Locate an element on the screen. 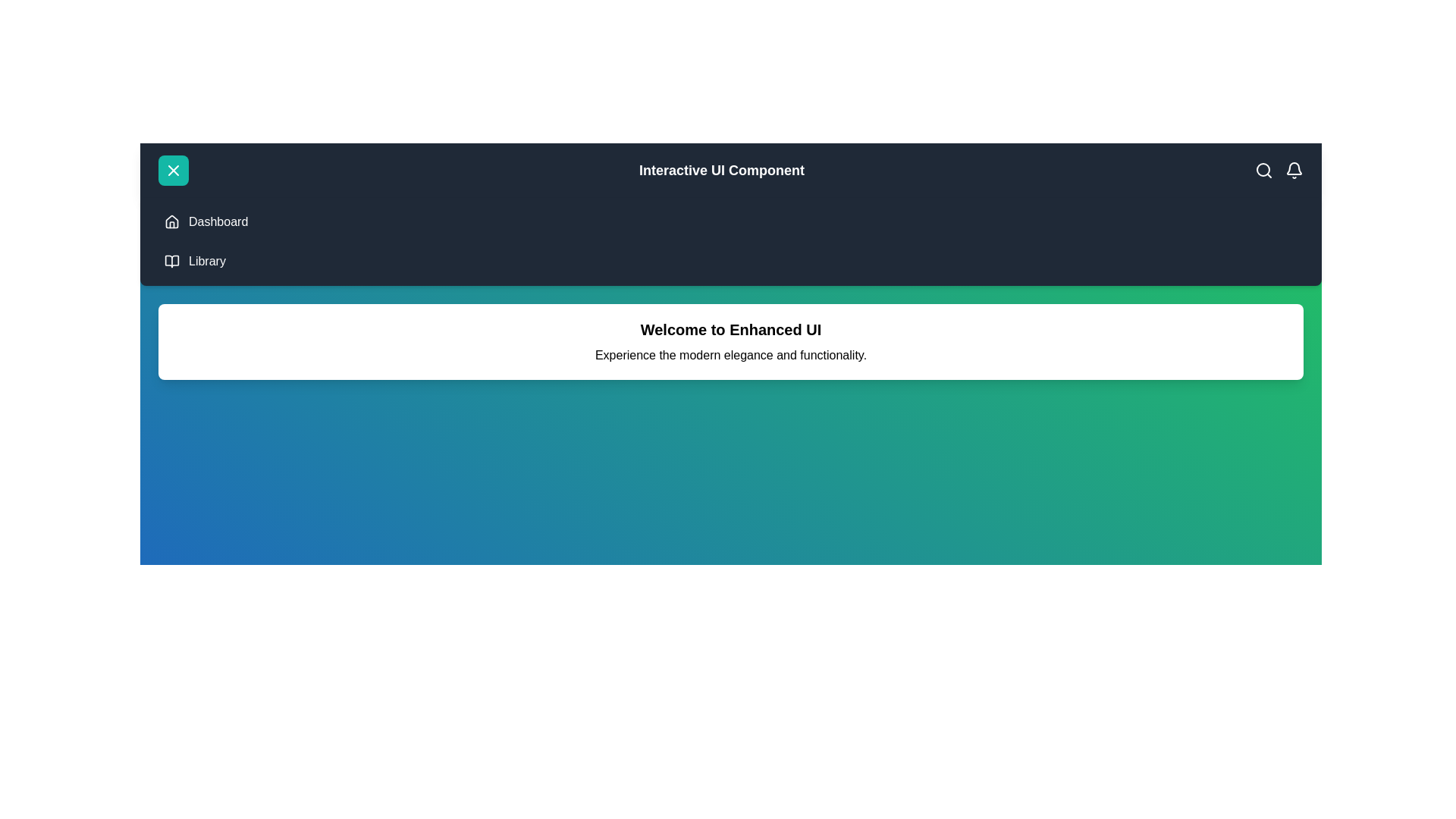 This screenshot has width=1456, height=819. the notification icon to view notifications is located at coordinates (1294, 170).